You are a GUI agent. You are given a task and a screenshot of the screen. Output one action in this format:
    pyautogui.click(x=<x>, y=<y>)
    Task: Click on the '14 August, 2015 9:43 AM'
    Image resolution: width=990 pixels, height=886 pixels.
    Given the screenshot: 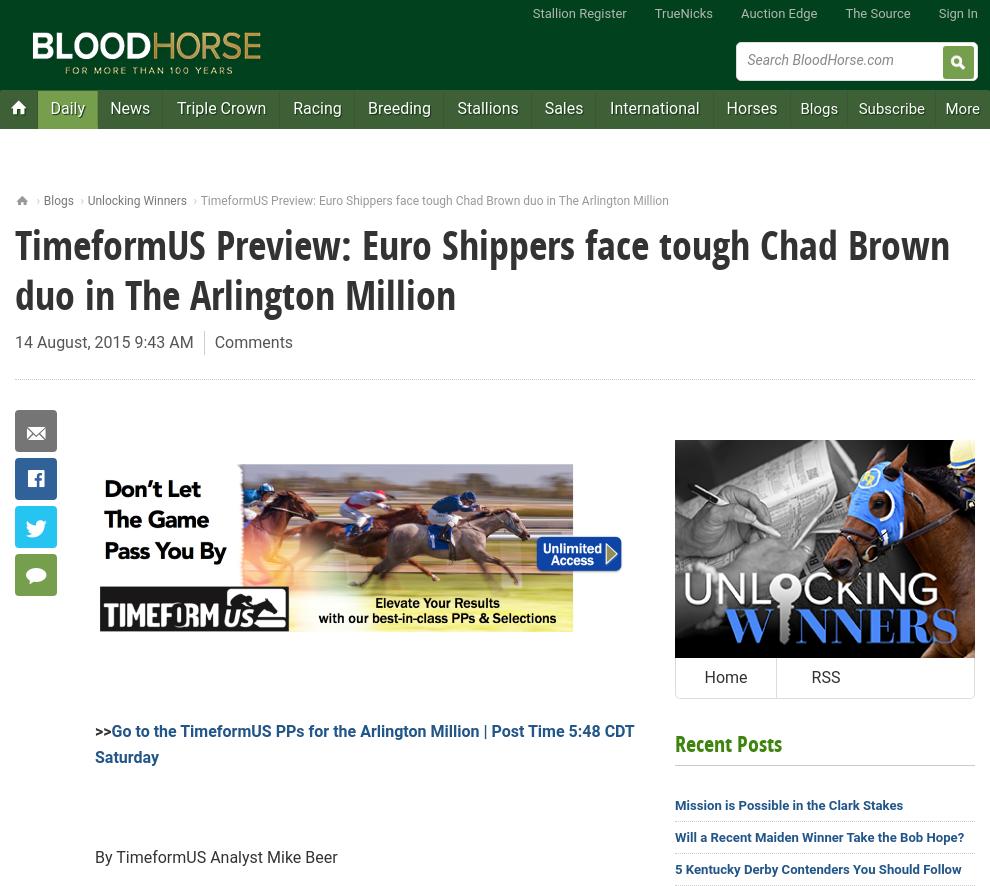 What is the action you would take?
    pyautogui.click(x=103, y=341)
    